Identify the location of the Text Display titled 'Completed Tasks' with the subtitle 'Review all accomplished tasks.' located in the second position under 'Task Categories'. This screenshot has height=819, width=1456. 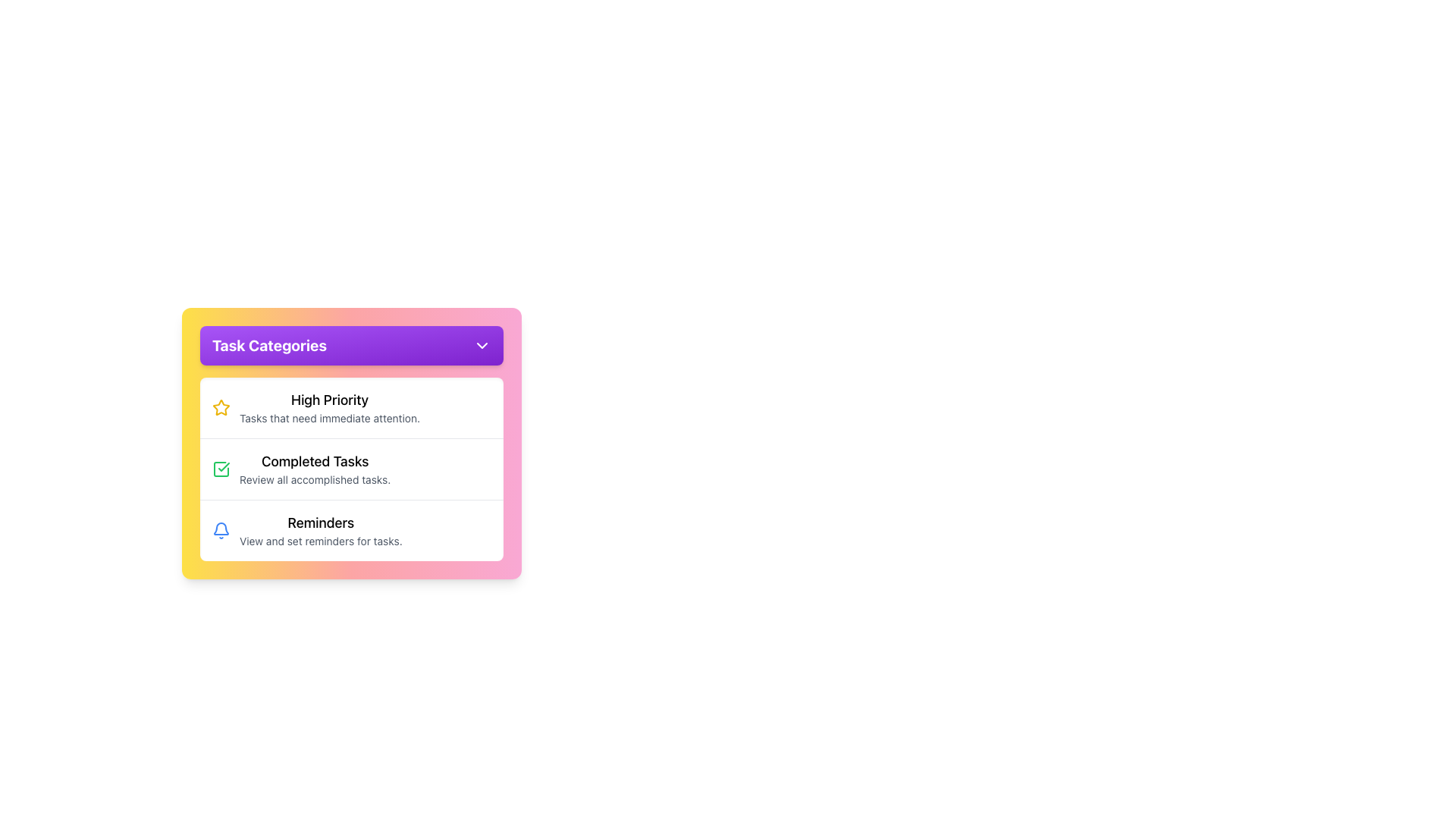
(314, 468).